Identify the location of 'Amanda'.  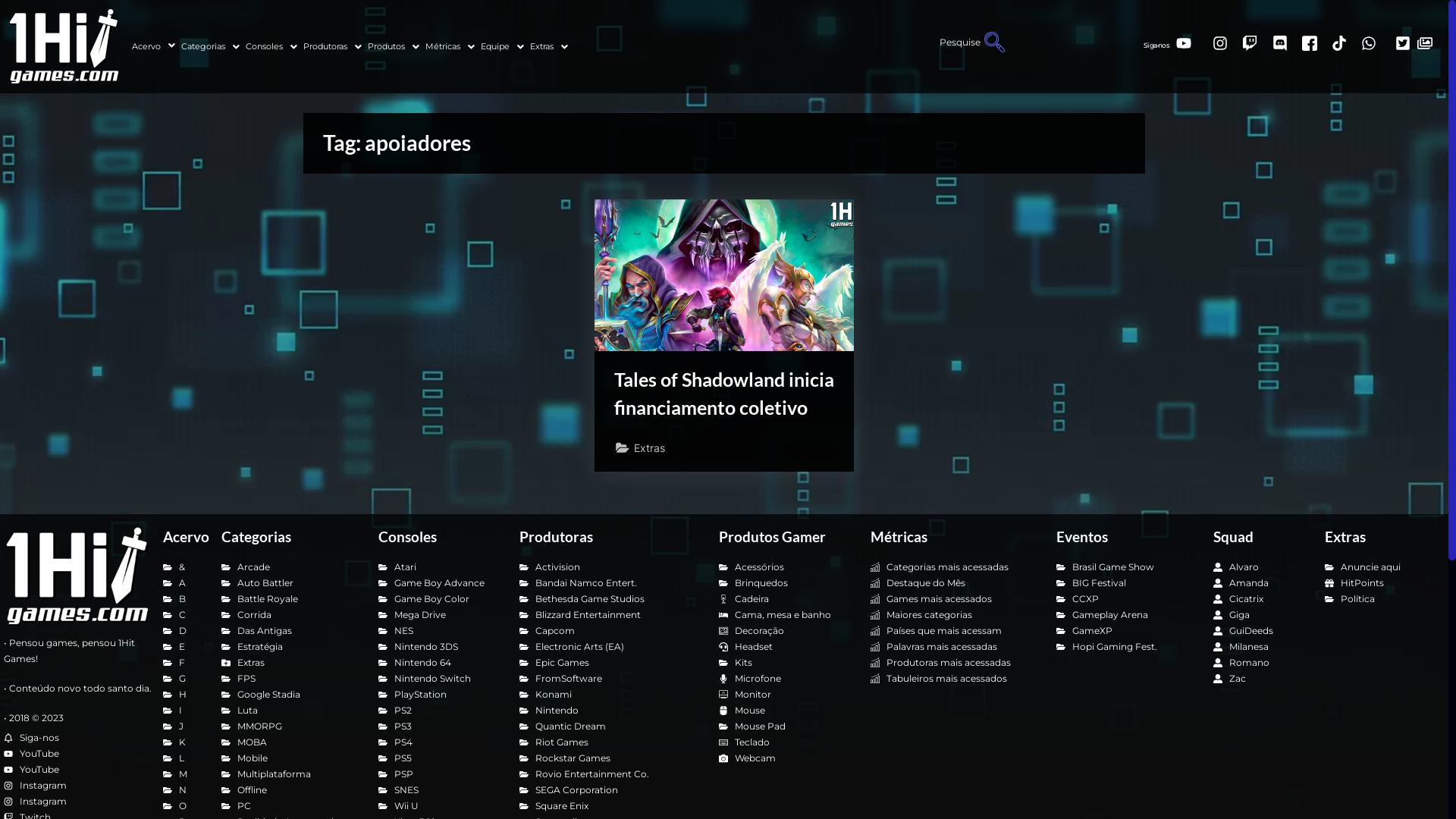
(1261, 582).